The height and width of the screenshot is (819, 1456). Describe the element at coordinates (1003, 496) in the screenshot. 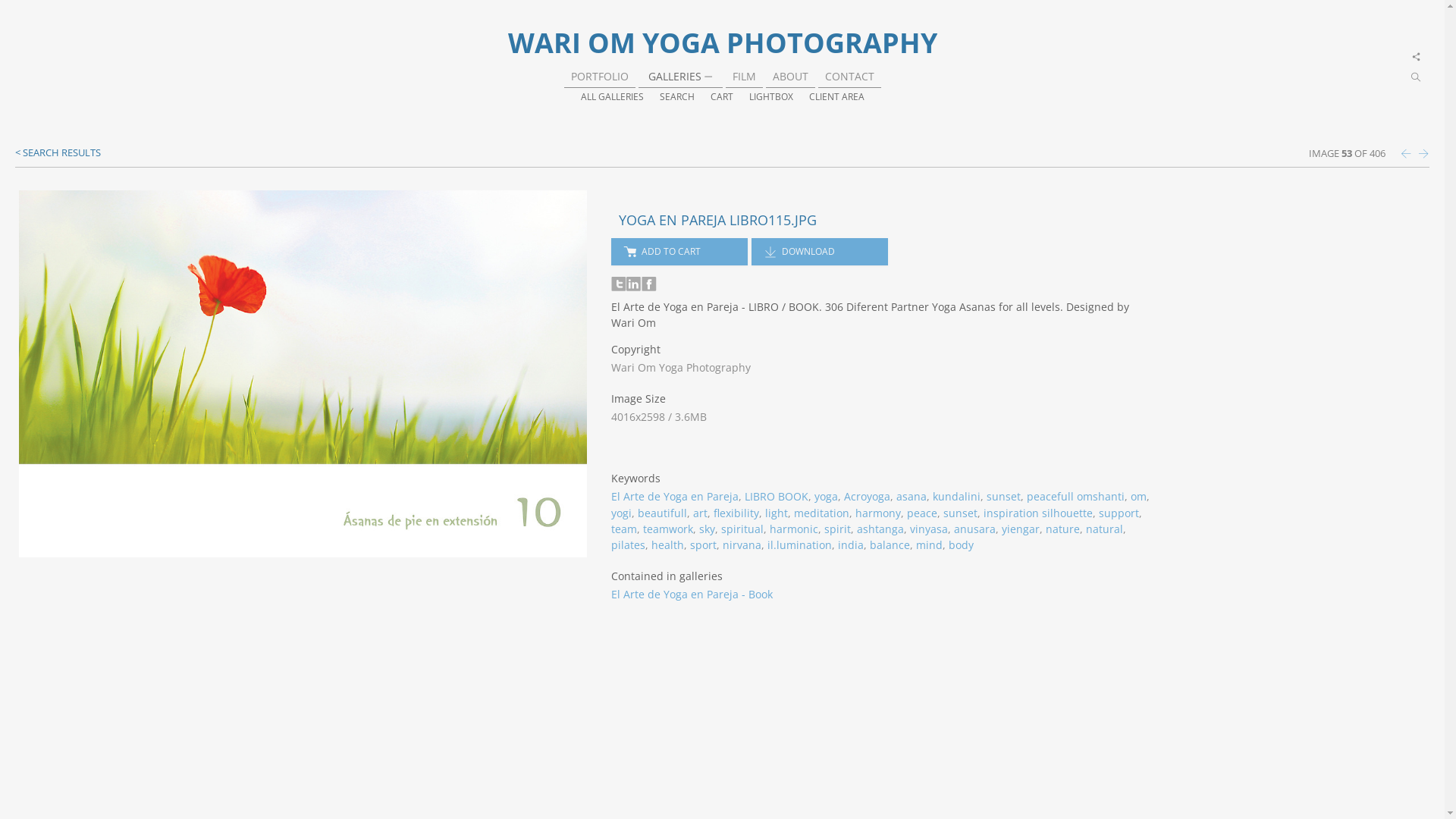

I see `'sunset'` at that location.